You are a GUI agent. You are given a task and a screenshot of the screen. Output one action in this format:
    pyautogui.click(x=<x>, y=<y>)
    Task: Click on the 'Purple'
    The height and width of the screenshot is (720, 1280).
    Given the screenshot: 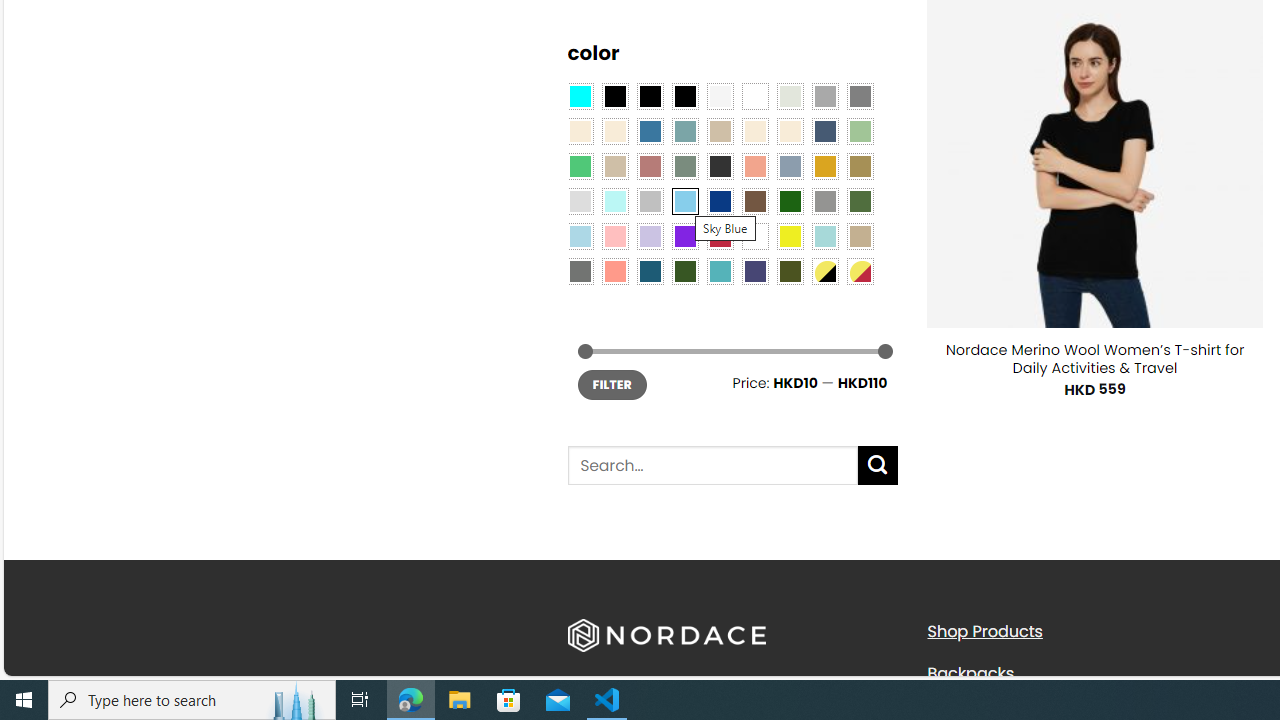 What is the action you would take?
    pyautogui.click(x=684, y=235)
    